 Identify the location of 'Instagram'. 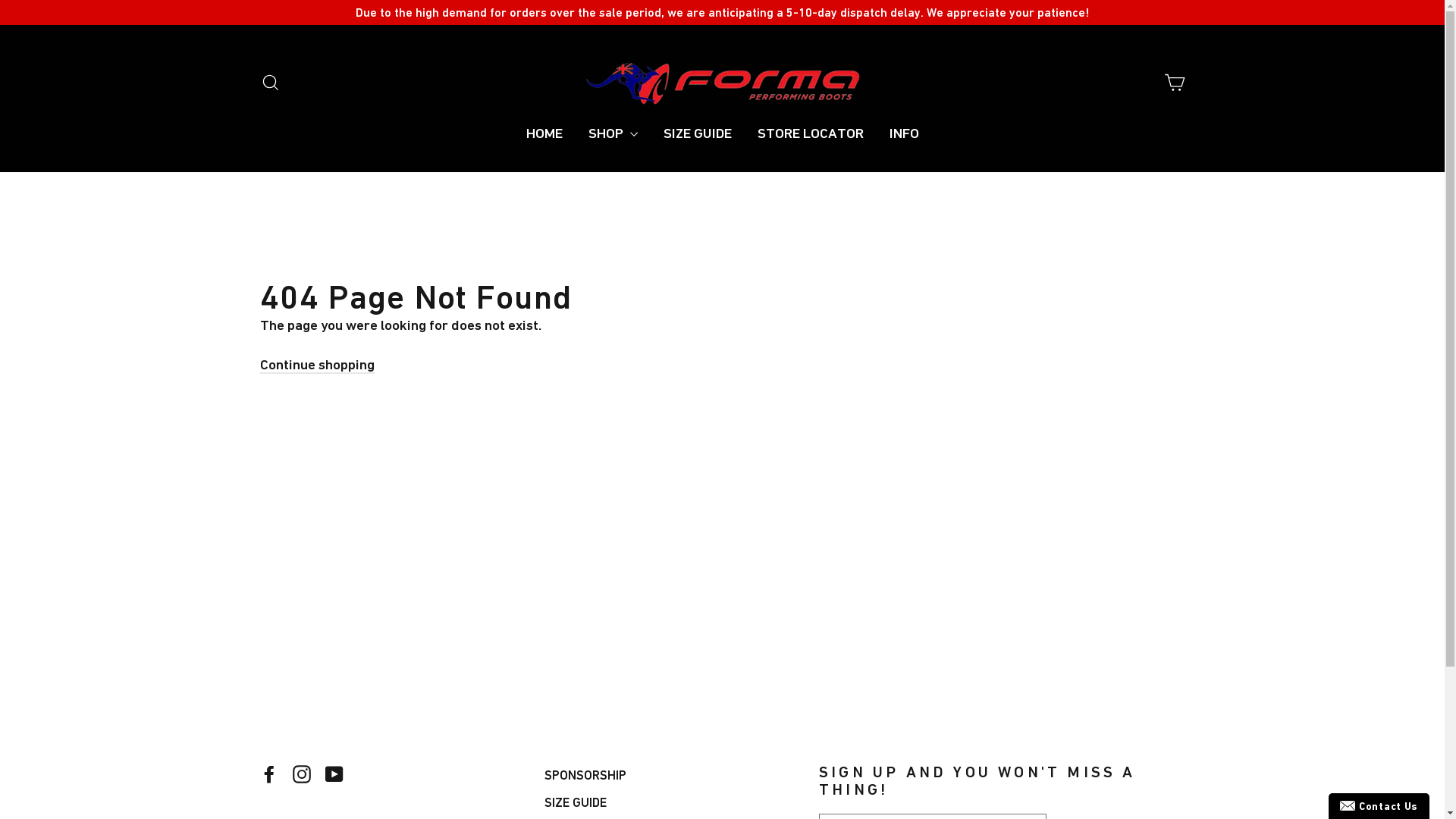
(302, 773).